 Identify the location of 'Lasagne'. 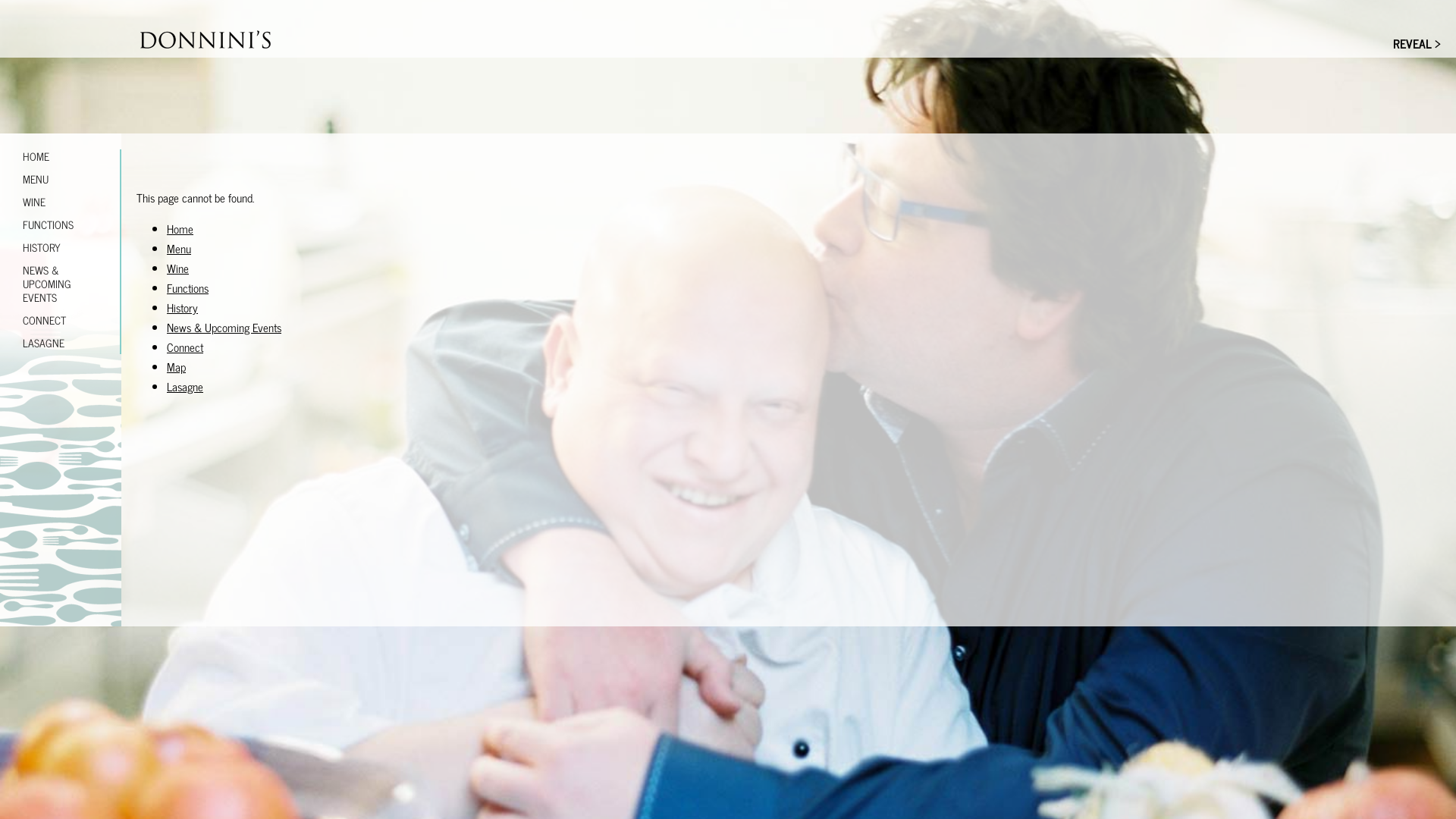
(184, 385).